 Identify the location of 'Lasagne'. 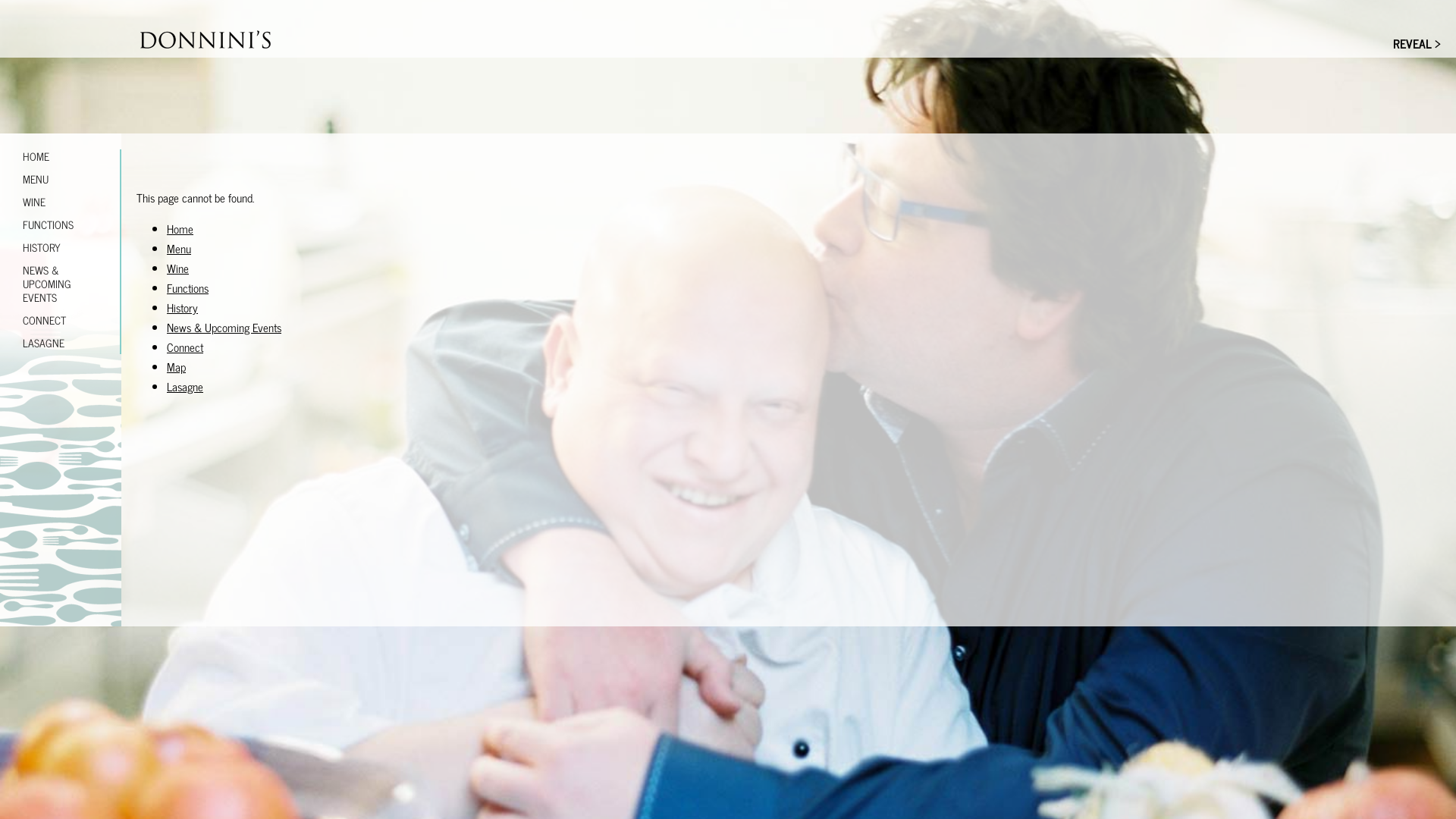
(184, 385).